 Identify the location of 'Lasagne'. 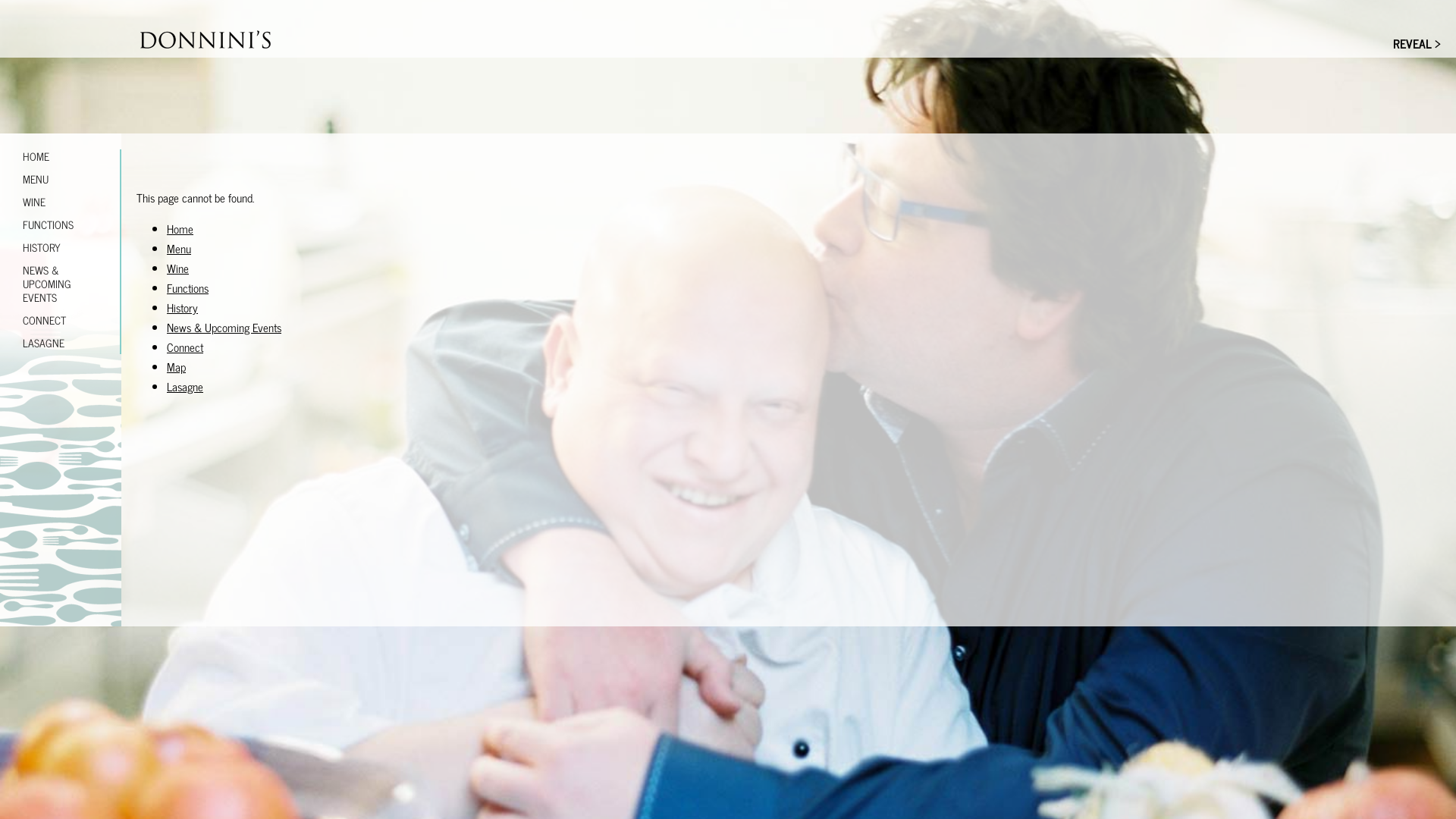
(184, 385).